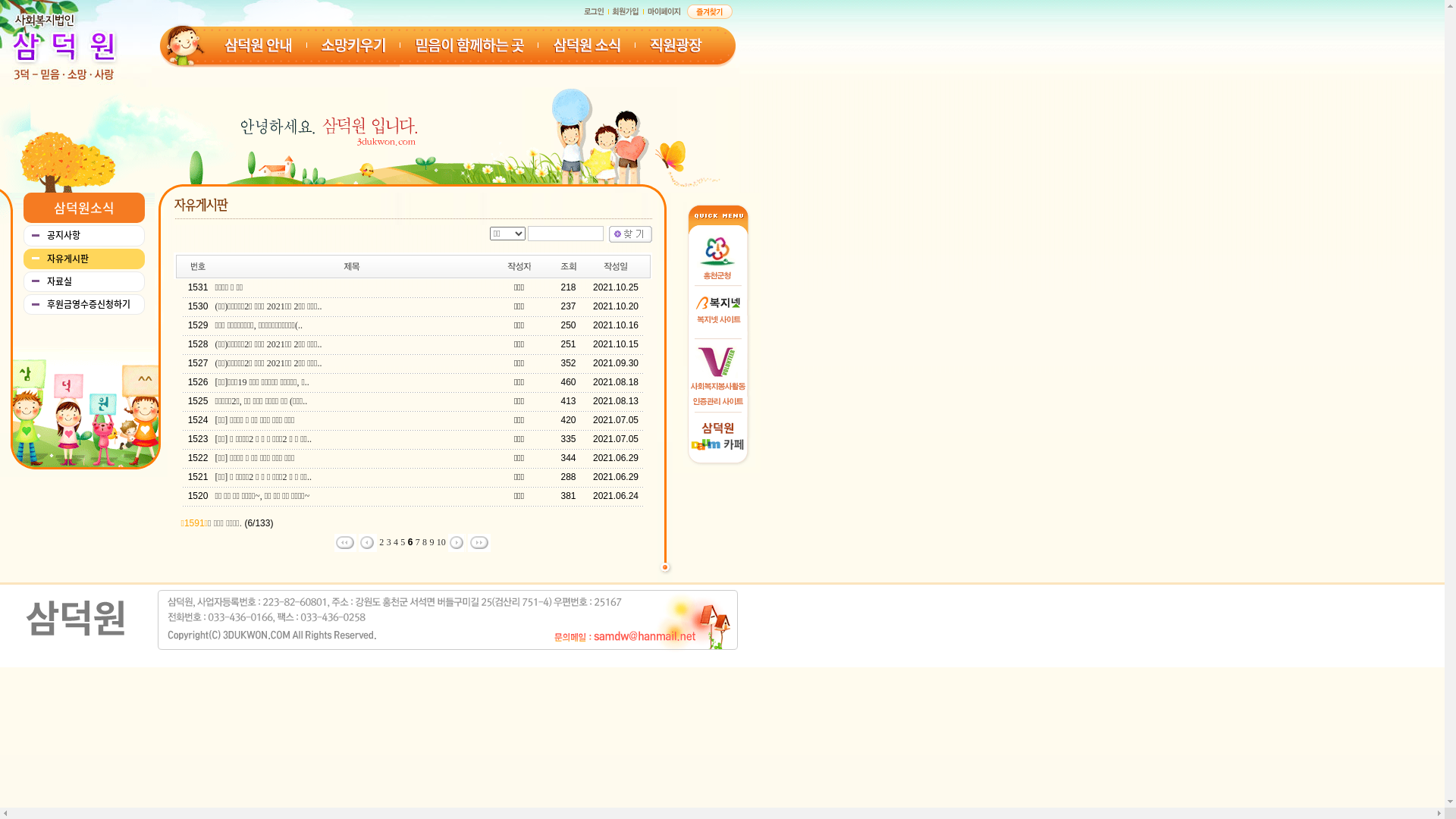  I want to click on '10', so click(440, 541).